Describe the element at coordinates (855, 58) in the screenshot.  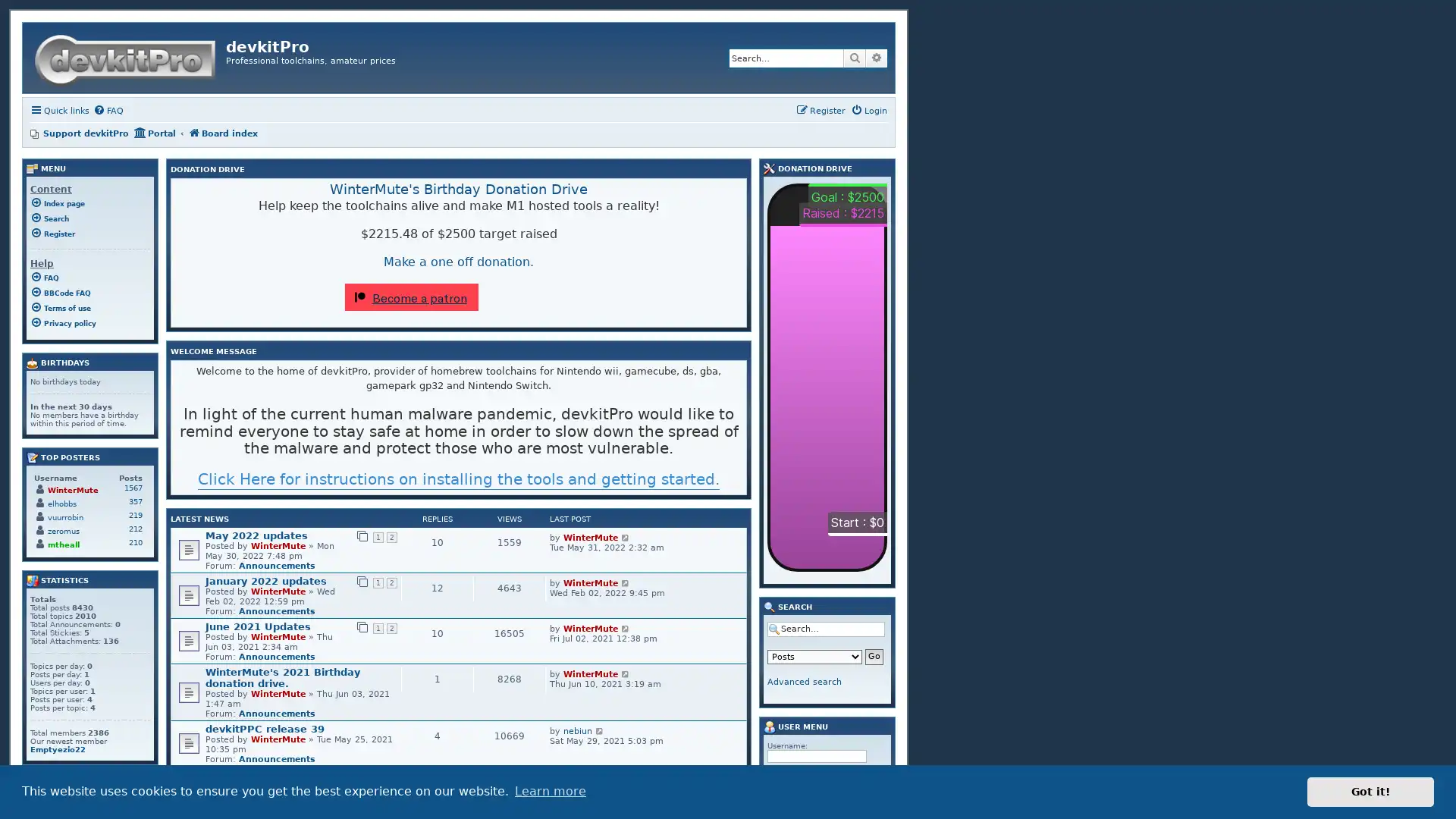
I see `Search` at that location.